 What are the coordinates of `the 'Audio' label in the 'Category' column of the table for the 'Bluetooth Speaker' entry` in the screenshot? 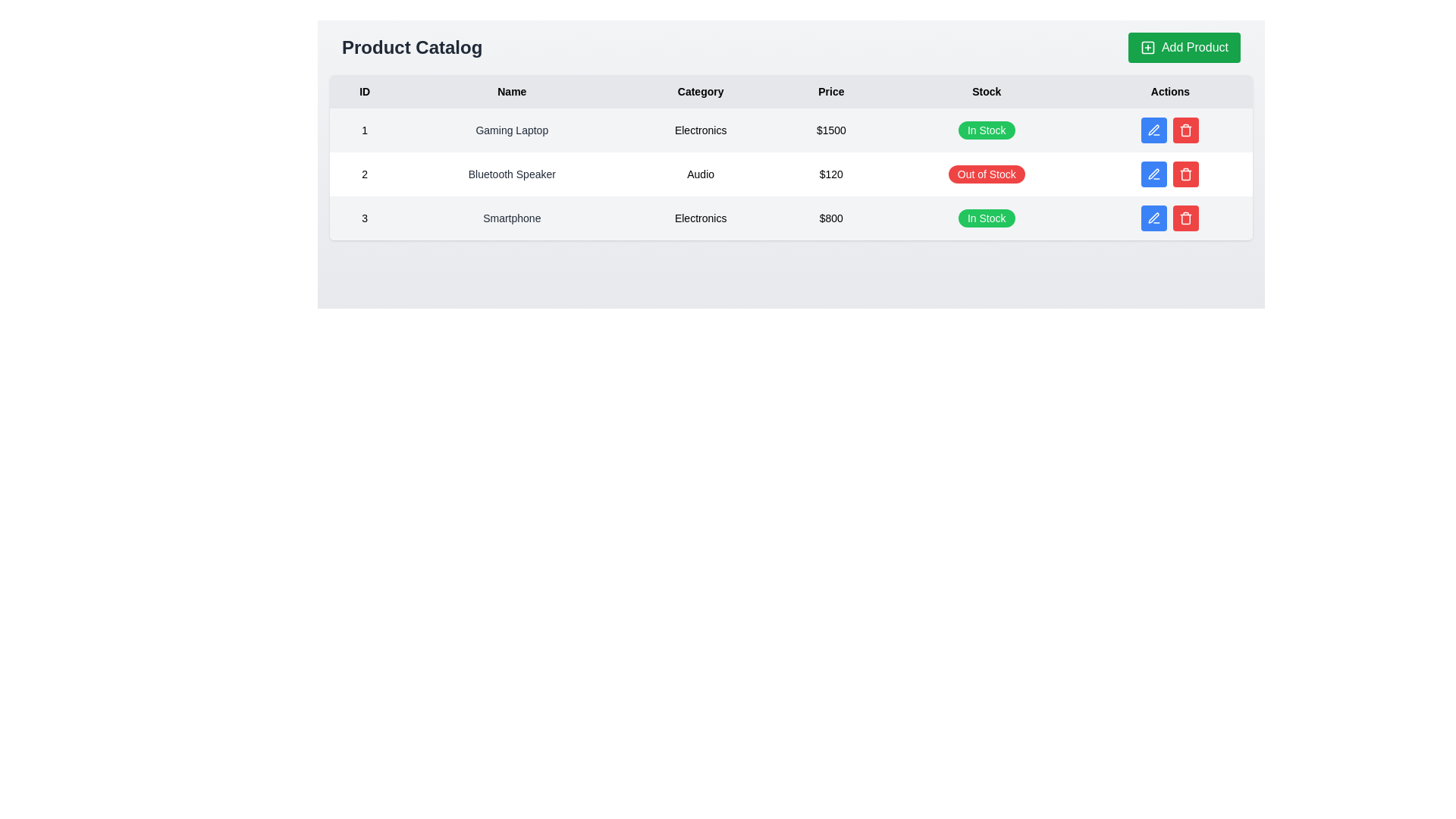 It's located at (700, 174).